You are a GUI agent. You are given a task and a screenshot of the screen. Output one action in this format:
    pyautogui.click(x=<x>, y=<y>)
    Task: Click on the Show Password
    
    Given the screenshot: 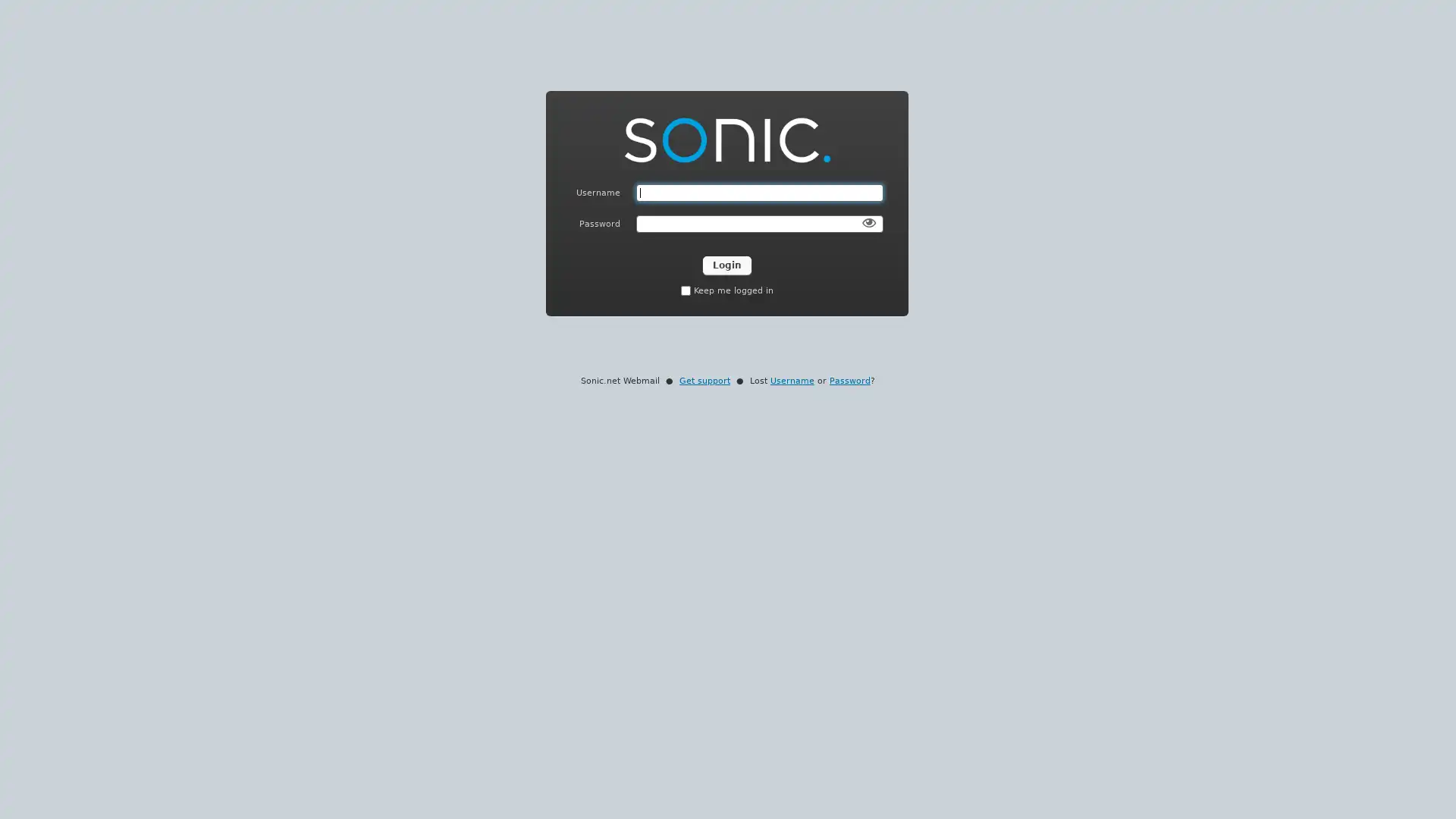 What is the action you would take?
    pyautogui.click(x=866, y=223)
    